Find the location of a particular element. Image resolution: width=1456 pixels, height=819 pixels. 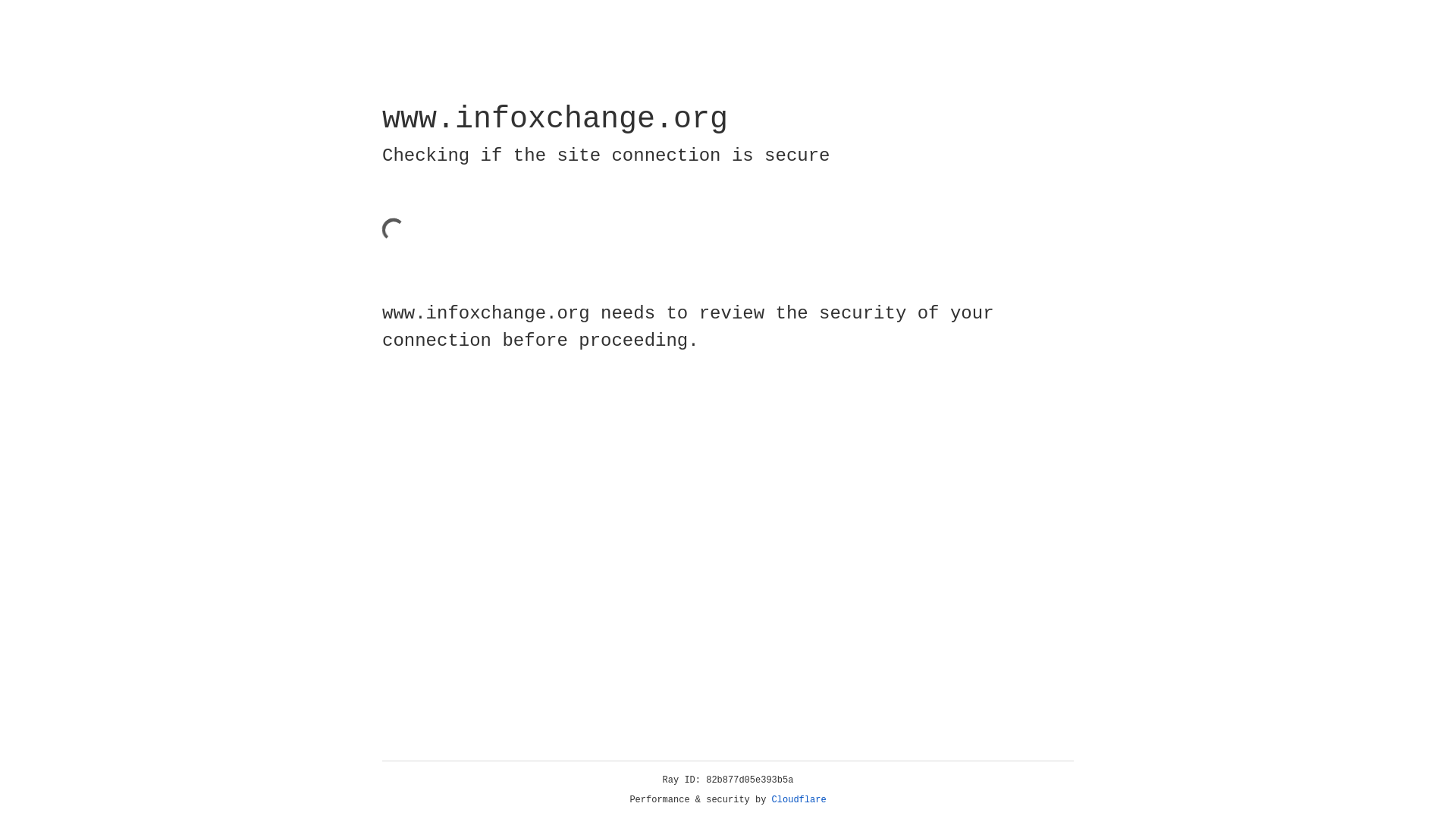

'Cloudflare' is located at coordinates (799, 799).